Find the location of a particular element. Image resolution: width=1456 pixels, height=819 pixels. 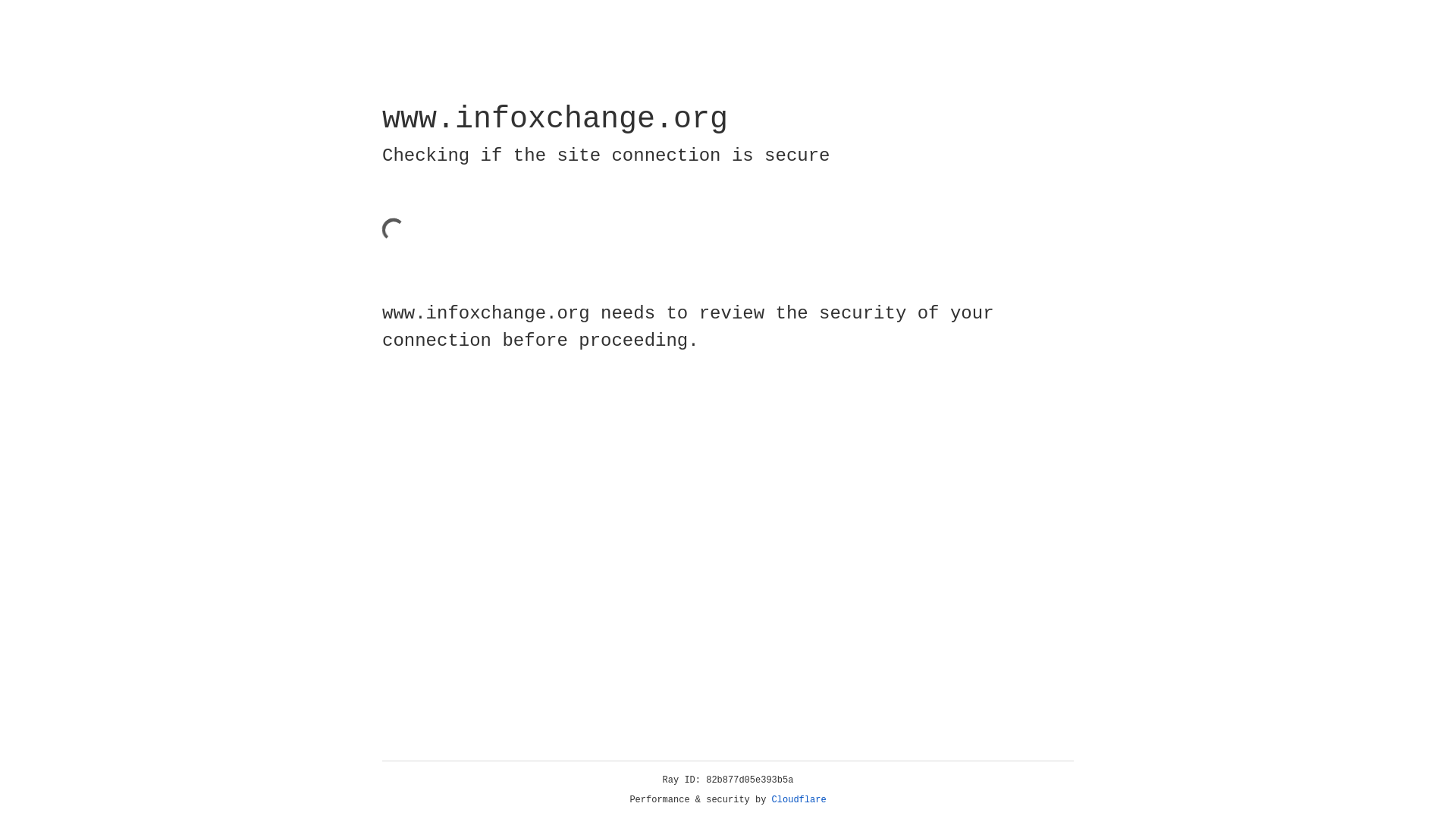

'Cloudflare' is located at coordinates (799, 799).